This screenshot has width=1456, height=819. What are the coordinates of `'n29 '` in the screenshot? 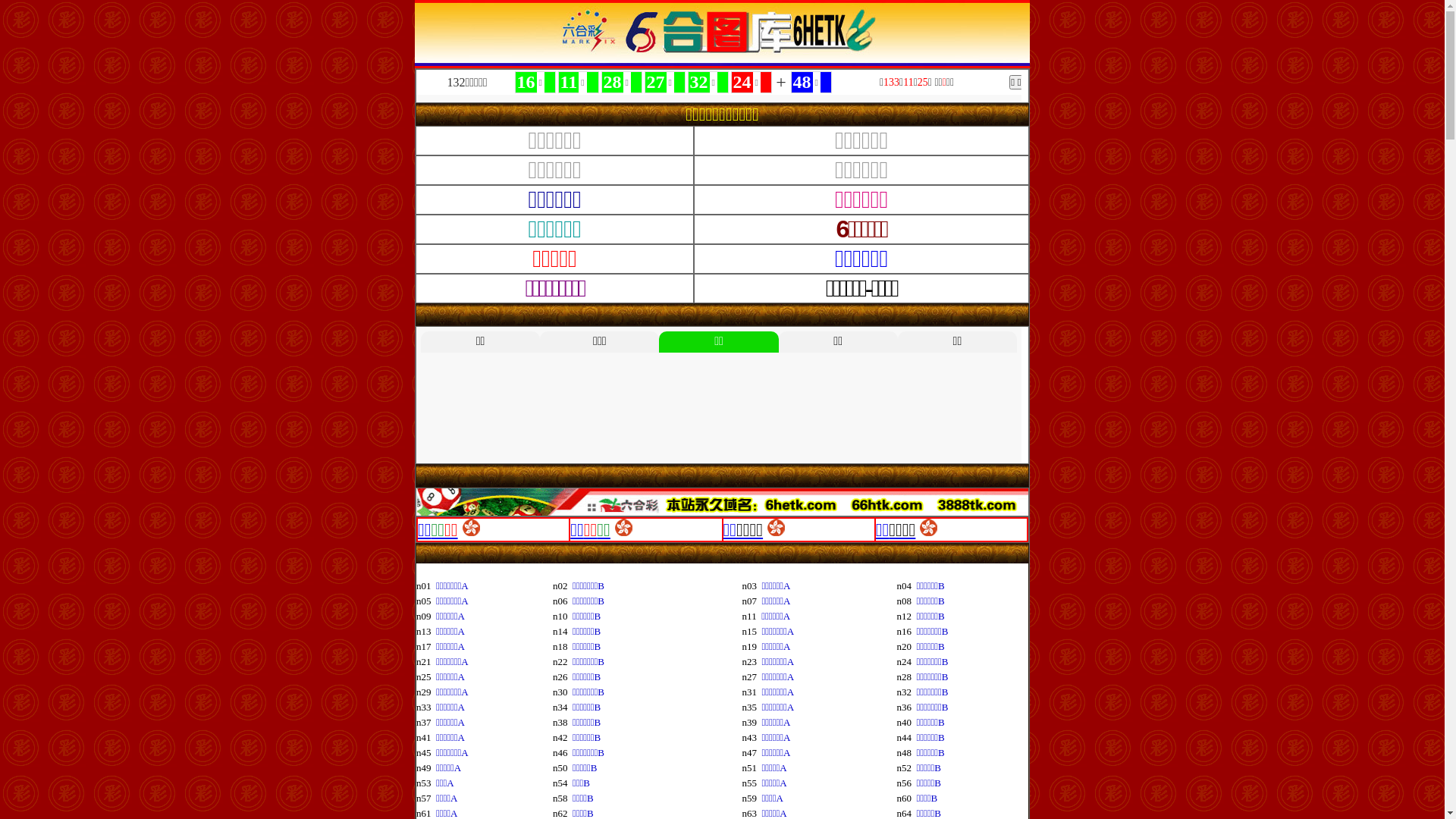 It's located at (425, 692).